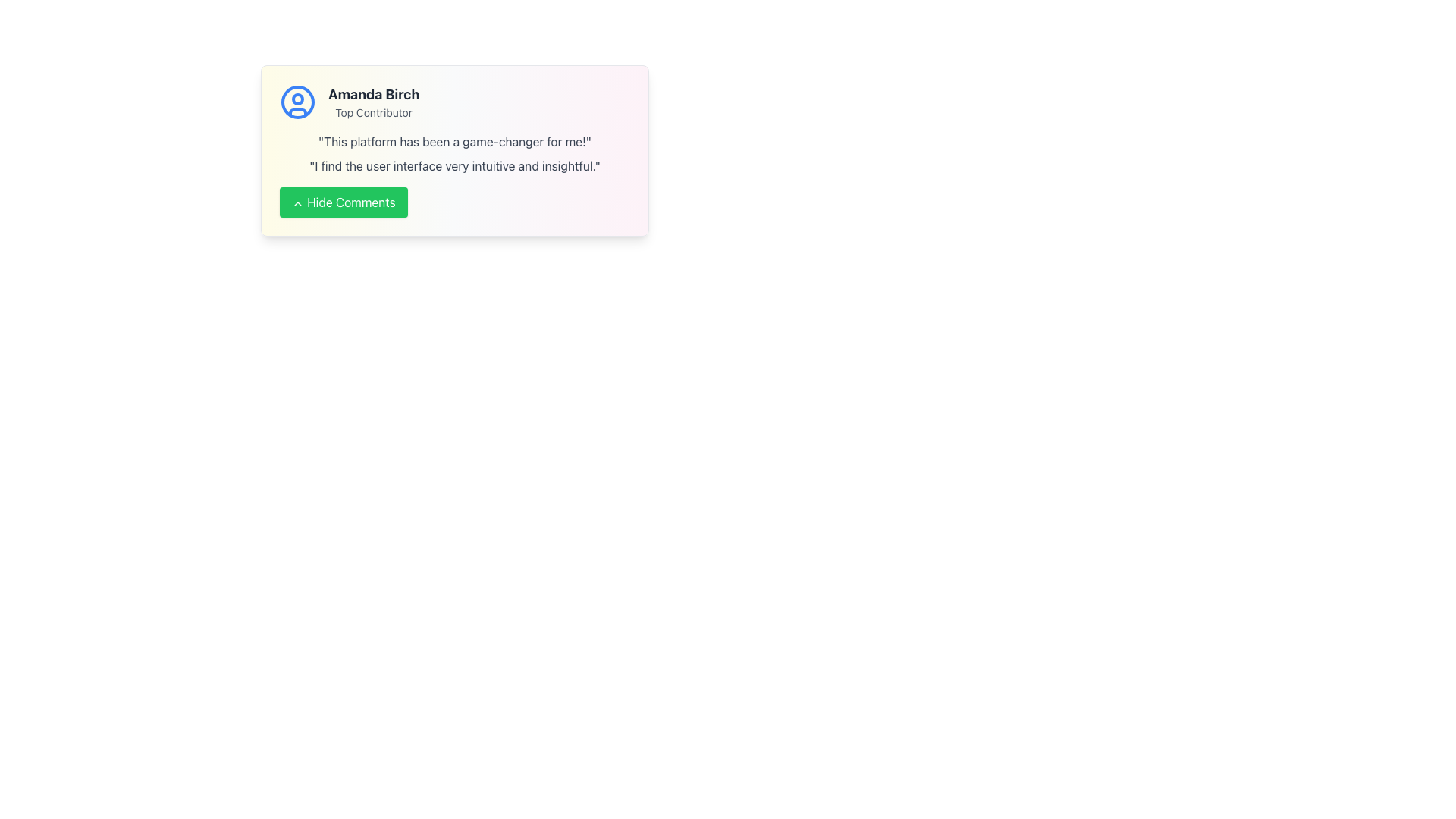 The image size is (1456, 819). What do you see at coordinates (374, 112) in the screenshot?
I see `the static text label indicating status or role for 'Amanda Birch', located below the name 'Amanda Birch' in the top-left region of the interface` at bounding box center [374, 112].